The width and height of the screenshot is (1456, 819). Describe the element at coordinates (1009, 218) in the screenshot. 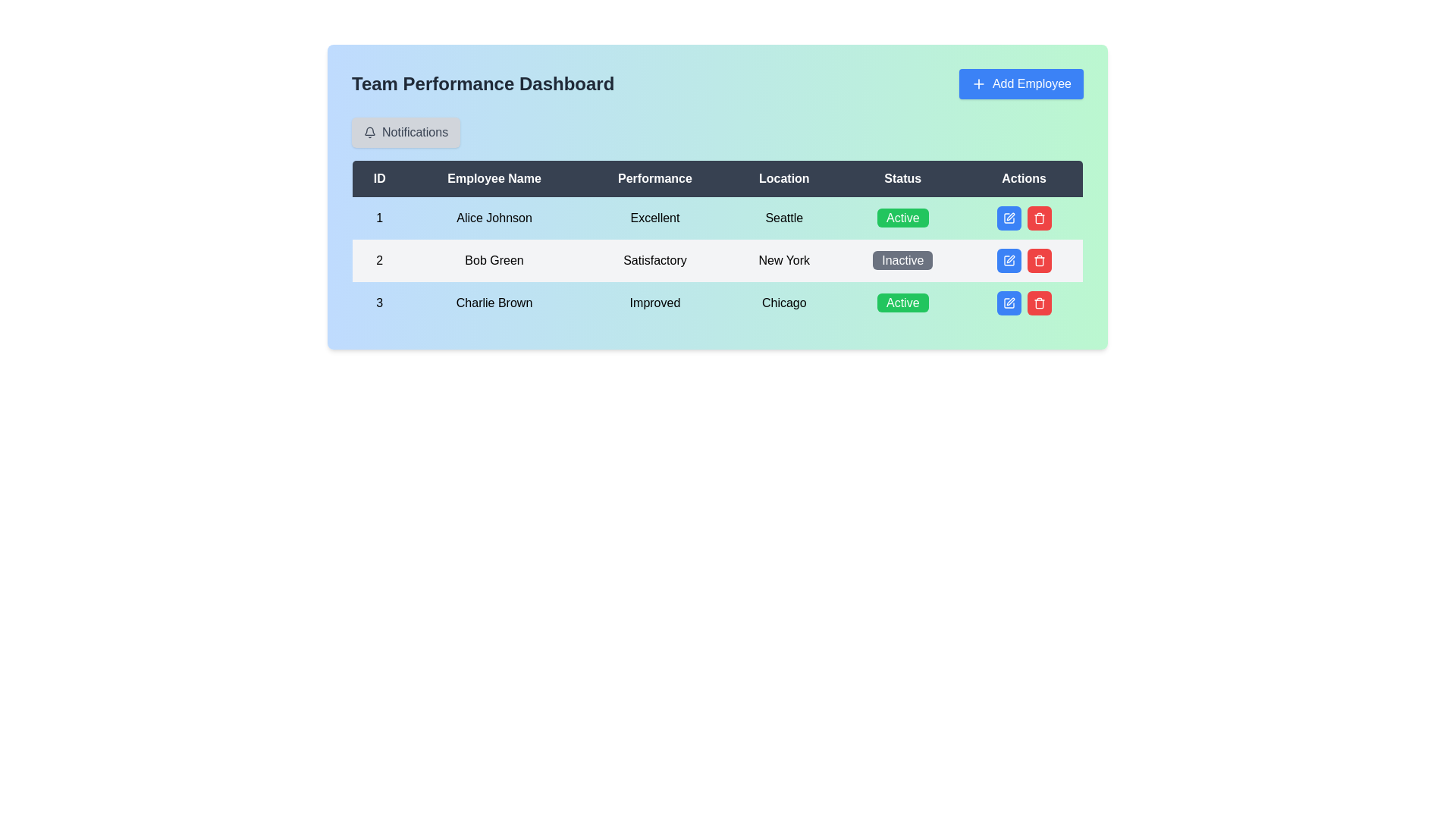

I see `the edit icon button in the Actions column of the second row for Bob Green` at that location.